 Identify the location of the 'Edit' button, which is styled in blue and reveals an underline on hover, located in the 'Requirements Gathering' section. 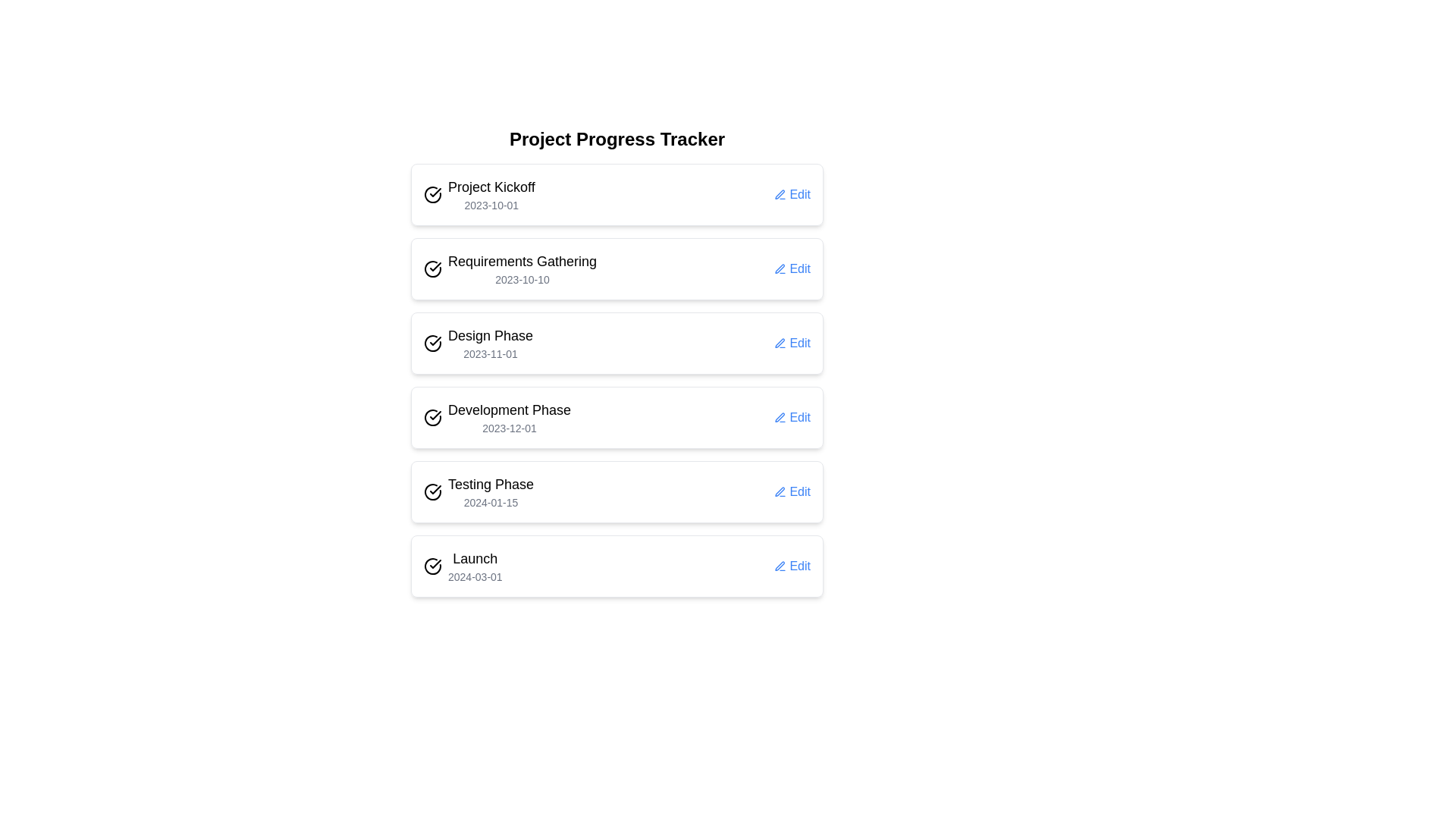
(792, 268).